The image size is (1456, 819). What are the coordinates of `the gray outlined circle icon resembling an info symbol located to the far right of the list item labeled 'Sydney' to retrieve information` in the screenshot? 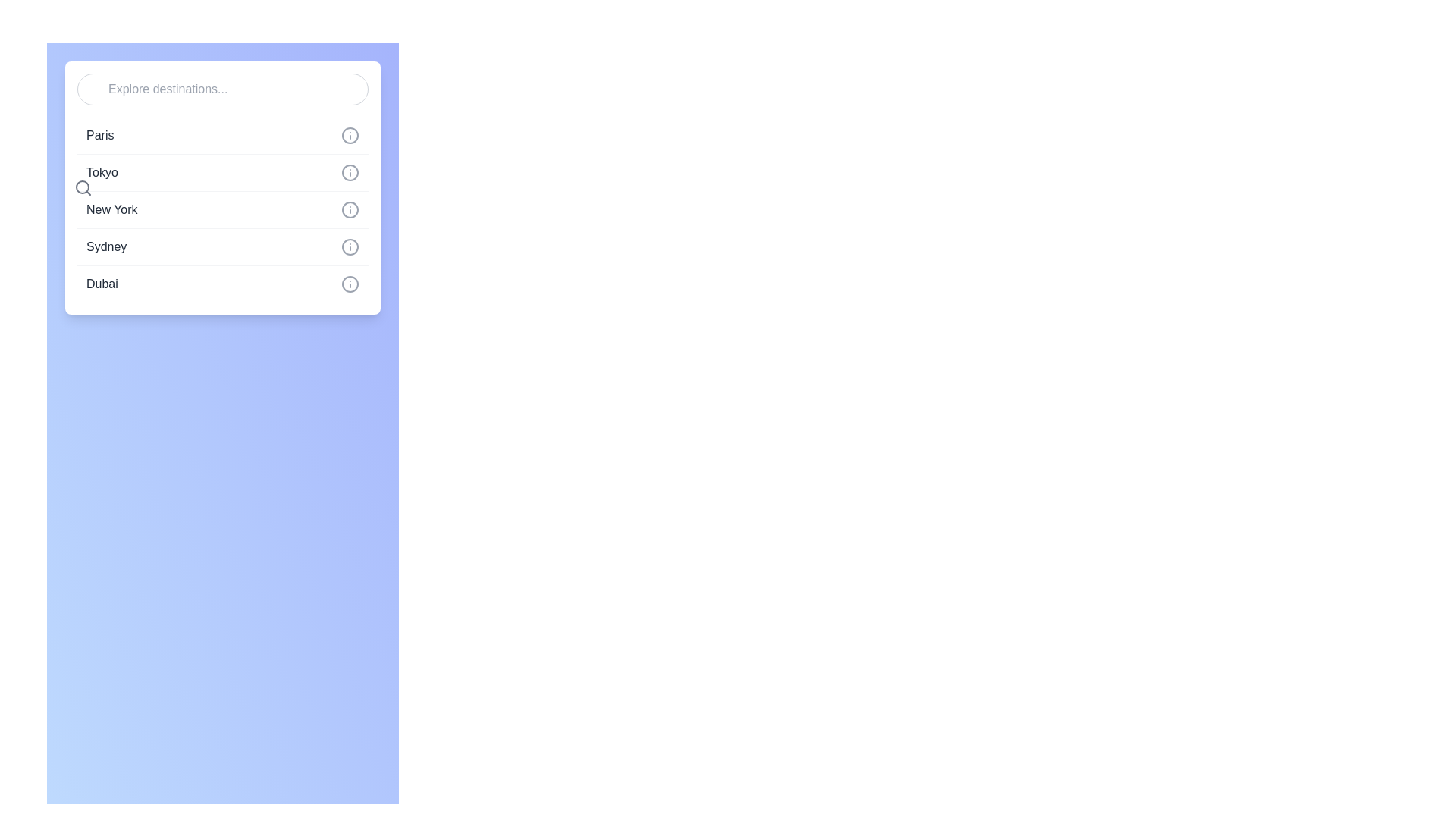 It's located at (349, 246).